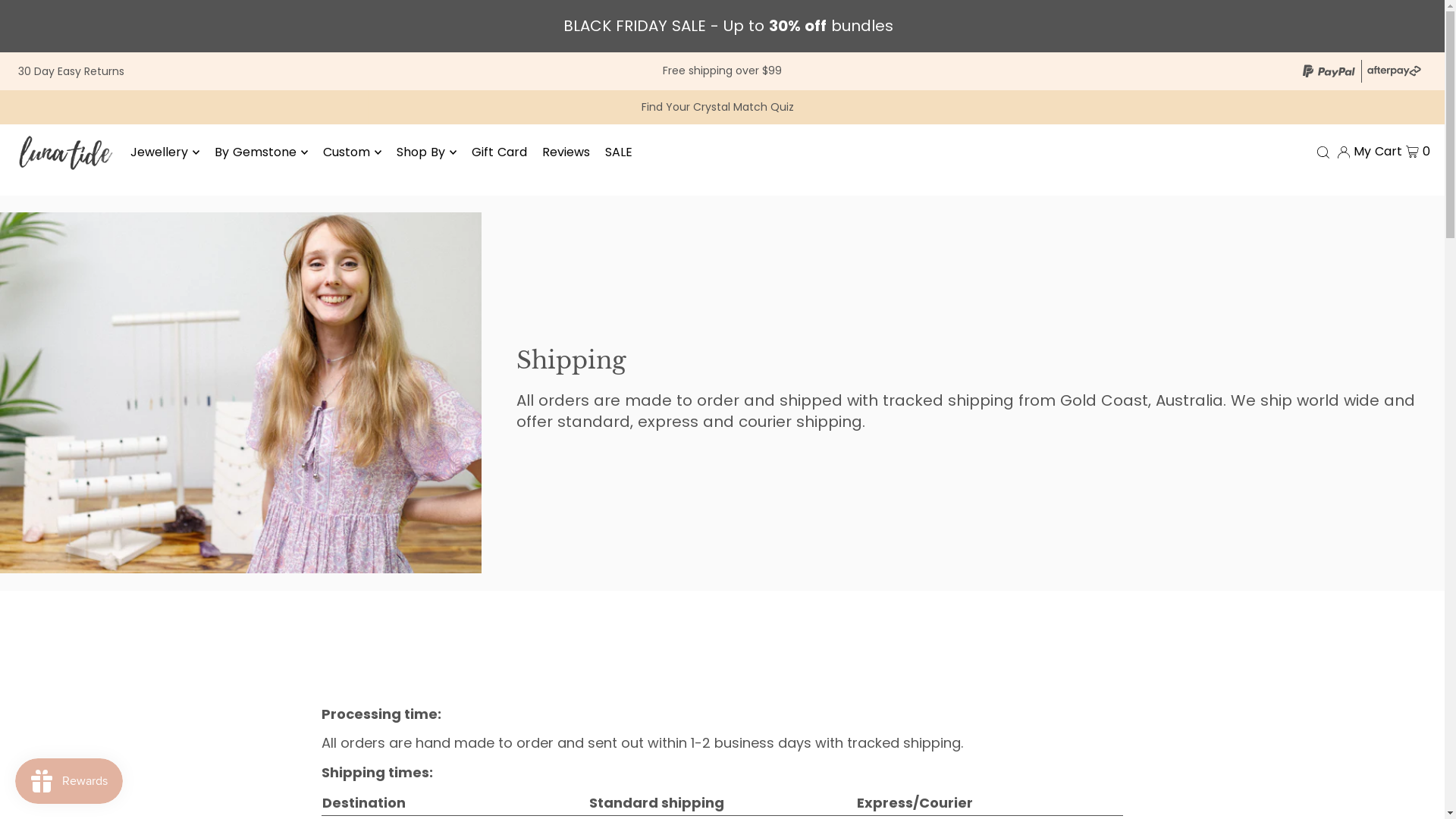 The height and width of the screenshot is (819, 1456). What do you see at coordinates (619, 152) in the screenshot?
I see `'SALE'` at bounding box center [619, 152].